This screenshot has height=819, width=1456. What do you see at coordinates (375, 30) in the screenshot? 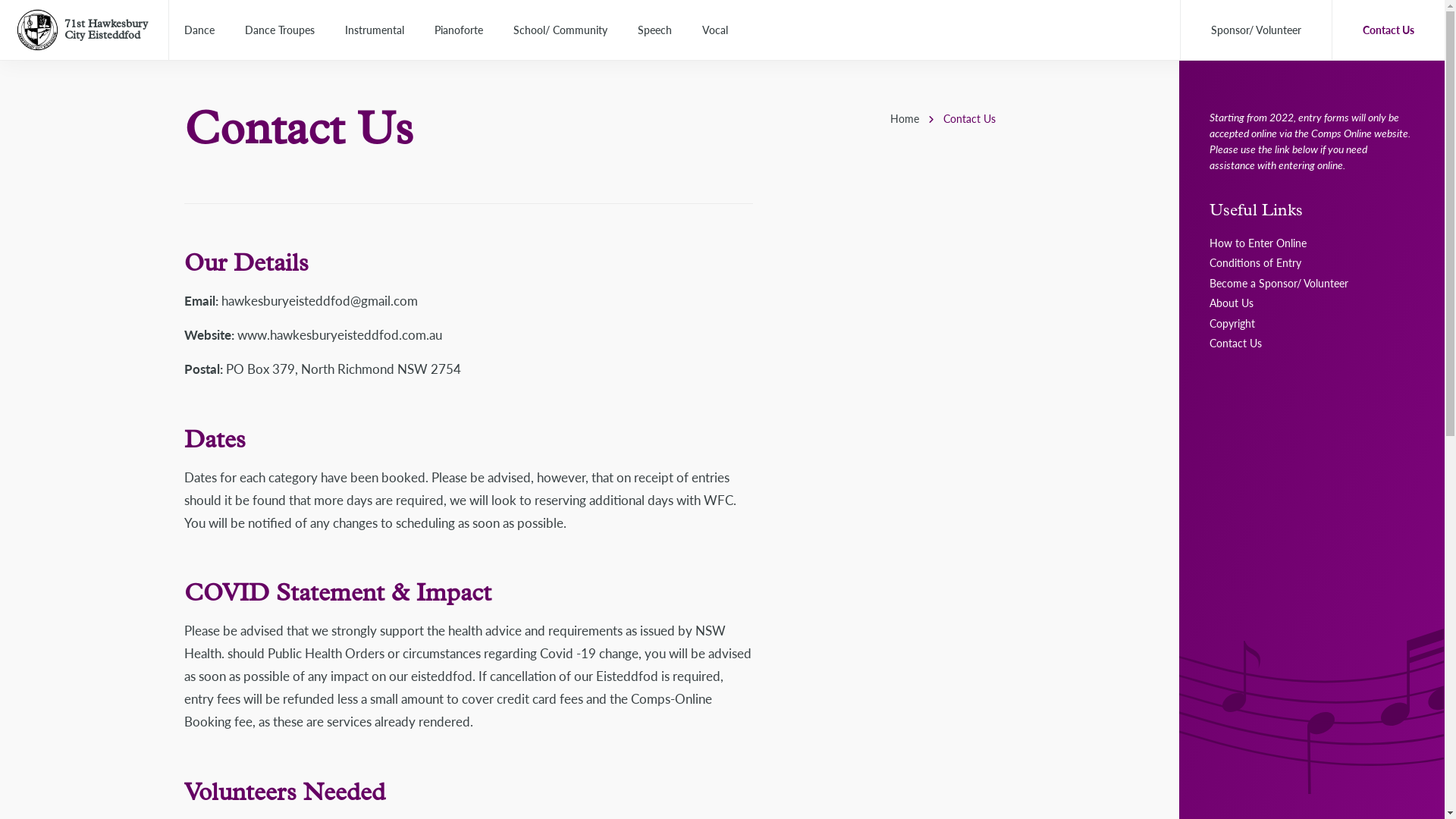
I see `'Instrumental'` at bounding box center [375, 30].